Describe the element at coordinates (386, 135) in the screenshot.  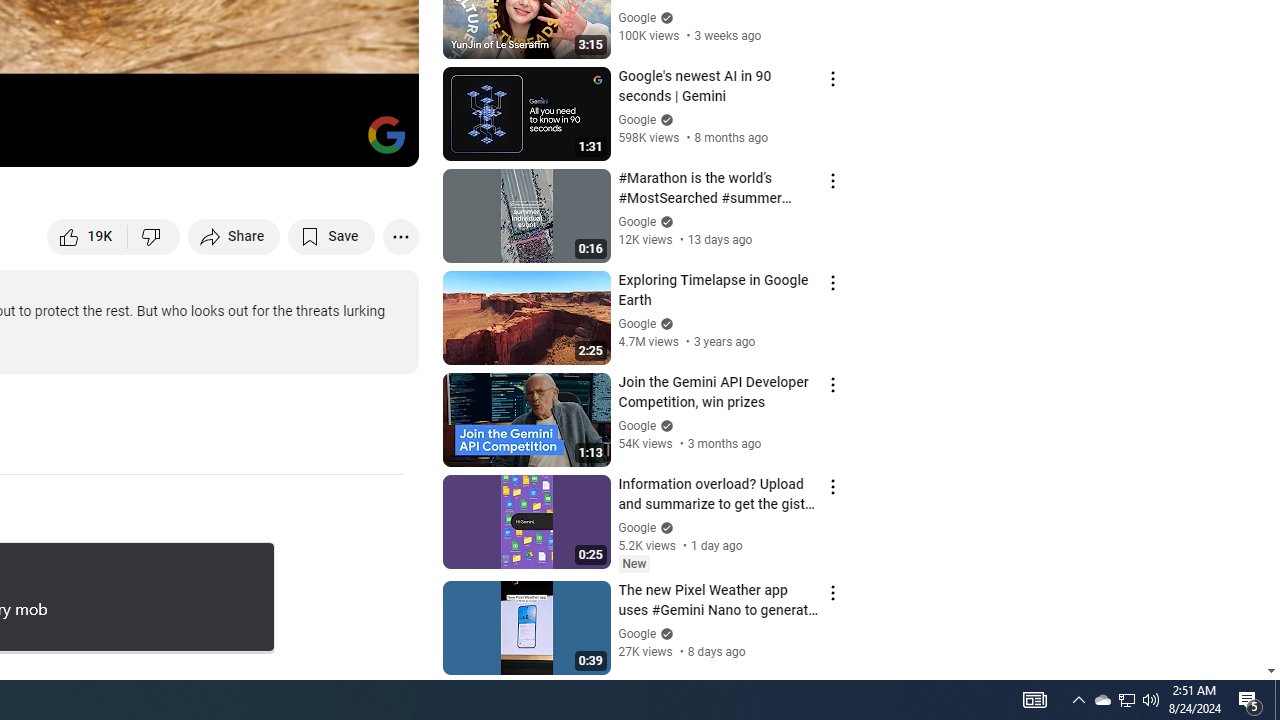
I see `'Channel watermark'` at that location.